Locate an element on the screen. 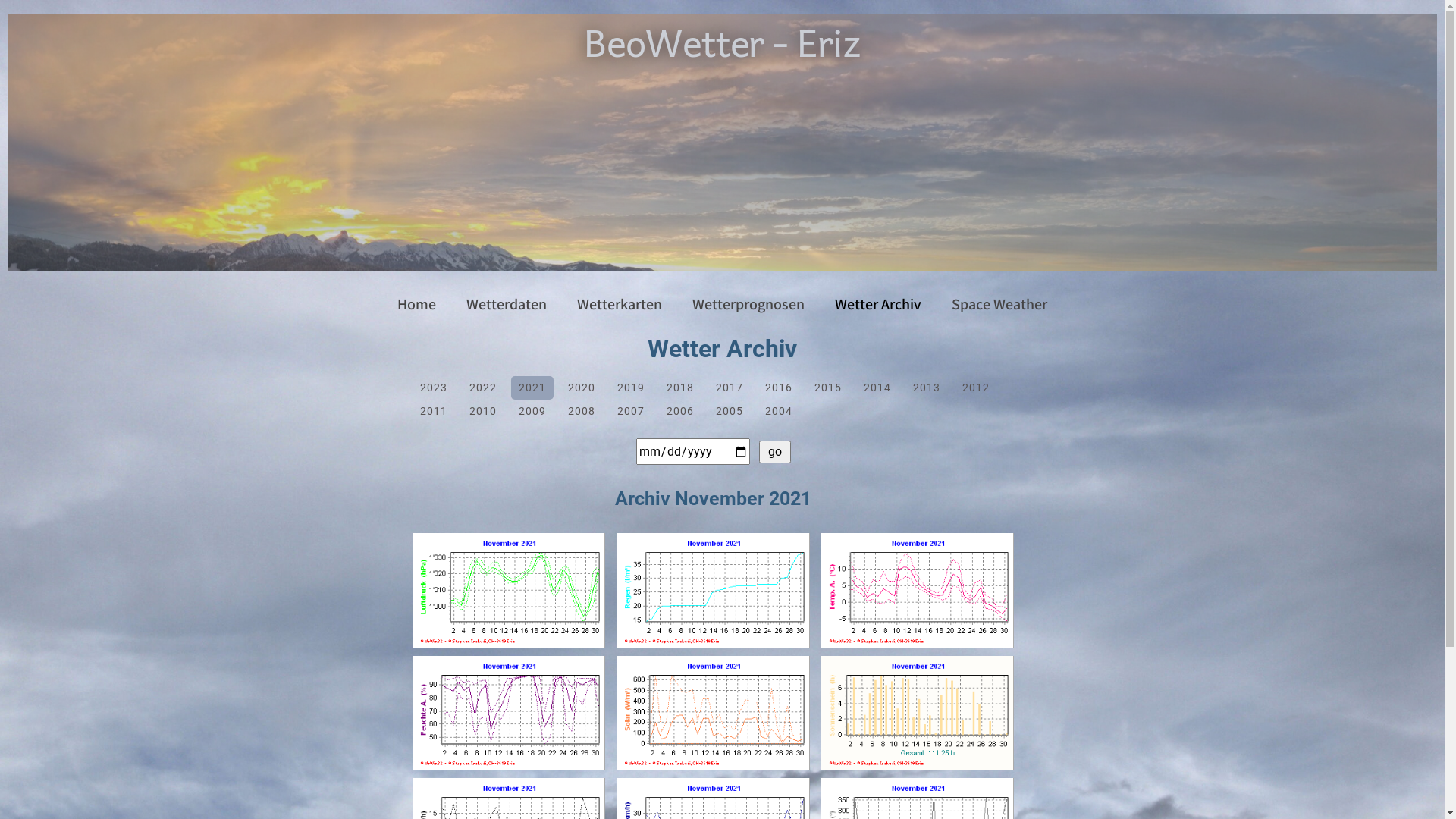  '2009' is located at coordinates (532, 411).